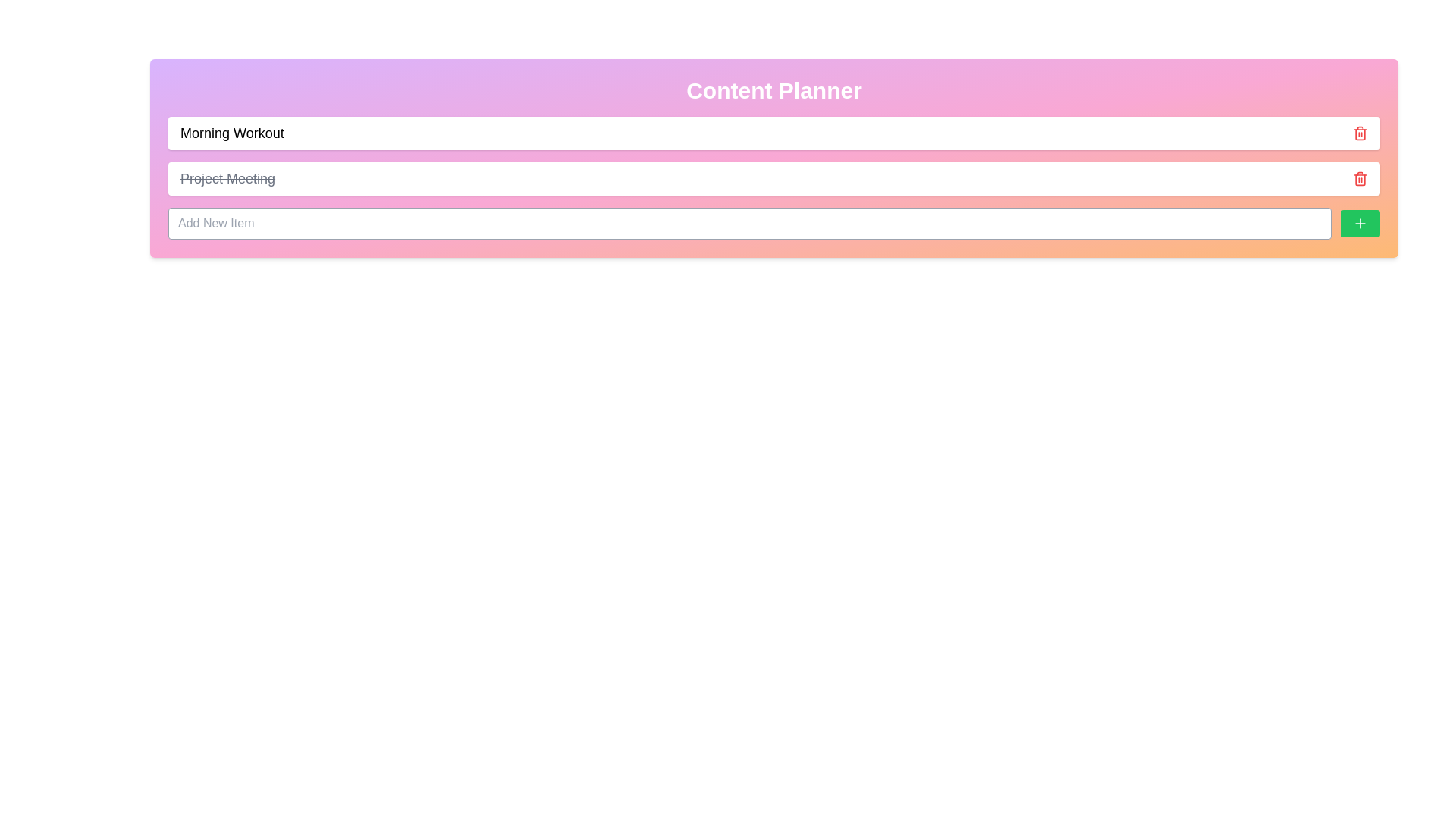  I want to click on the second task in the to-do list, which is located below 'Morning Workout' and above the input box labeled 'Add New Item', so click(774, 177).